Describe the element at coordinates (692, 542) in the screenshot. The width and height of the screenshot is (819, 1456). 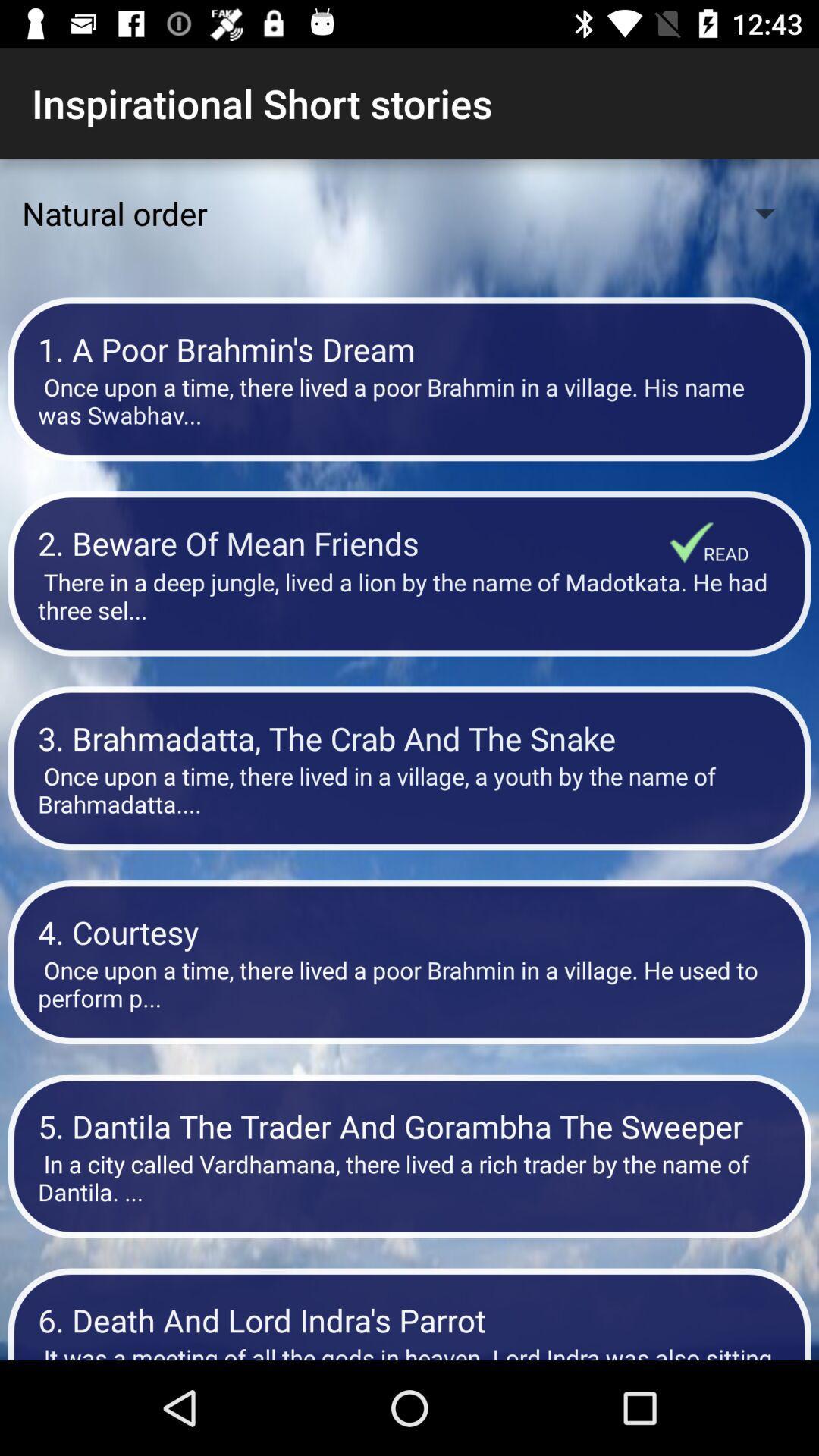
I see `the item to the right of the 2 beware of` at that location.